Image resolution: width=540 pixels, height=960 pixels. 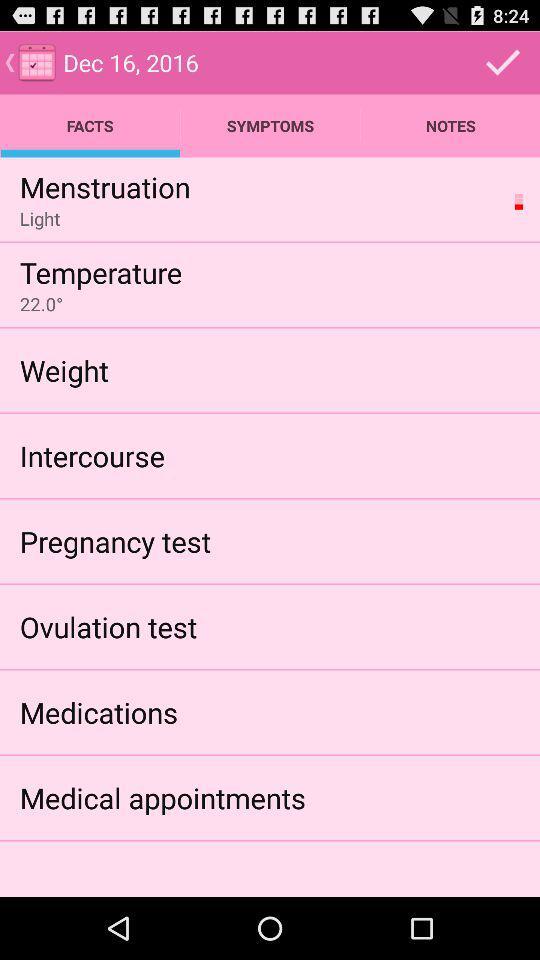 What do you see at coordinates (115, 541) in the screenshot?
I see `the icon below intercourse` at bounding box center [115, 541].